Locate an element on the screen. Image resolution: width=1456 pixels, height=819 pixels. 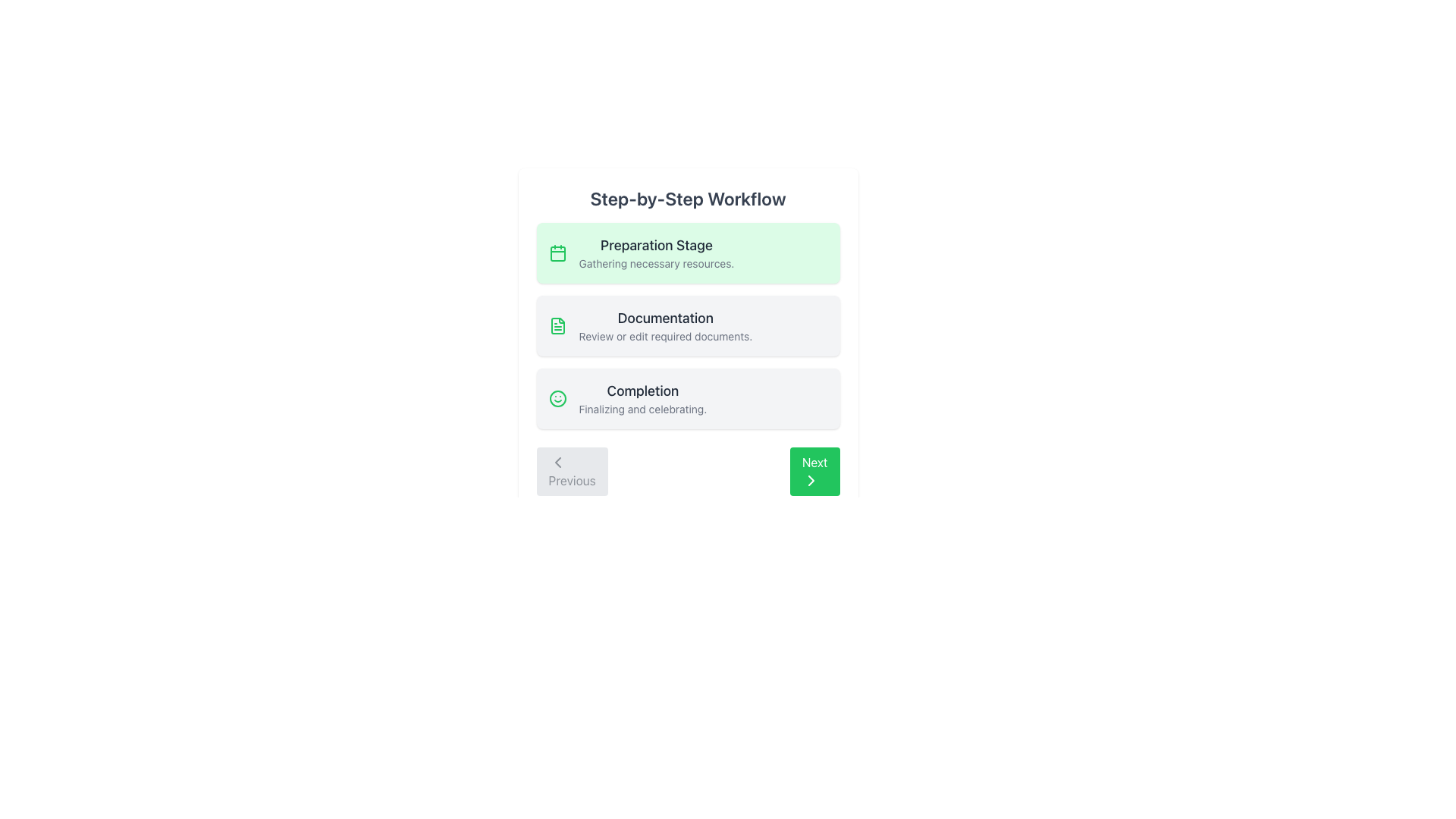
the information displayed within the descriptive box containing the word 'Completion' and the text 'Finalizing and celebrating.' is located at coordinates (687, 397).